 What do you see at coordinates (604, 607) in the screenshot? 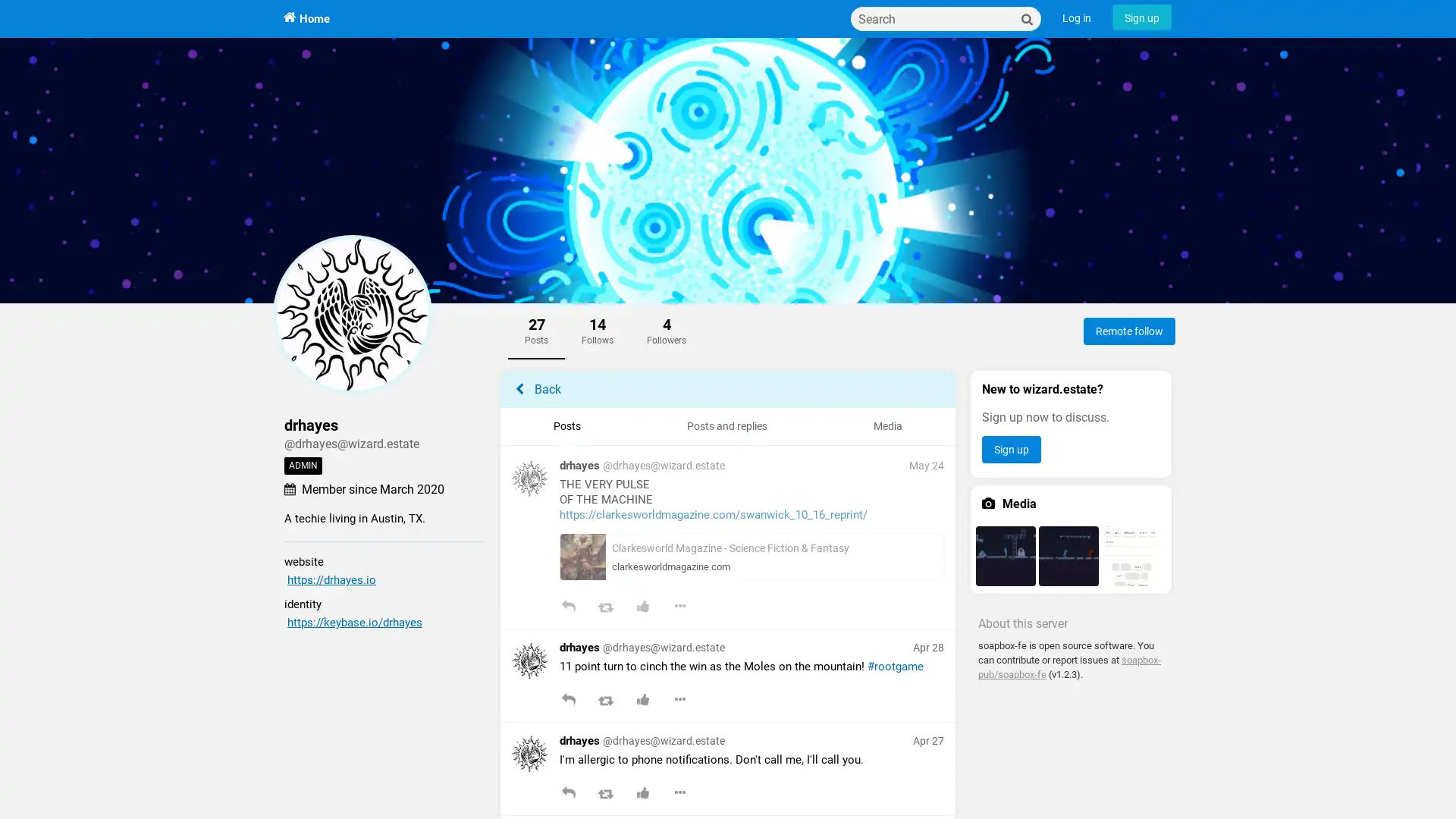
I see `Repost` at bounding box center [604, 607].